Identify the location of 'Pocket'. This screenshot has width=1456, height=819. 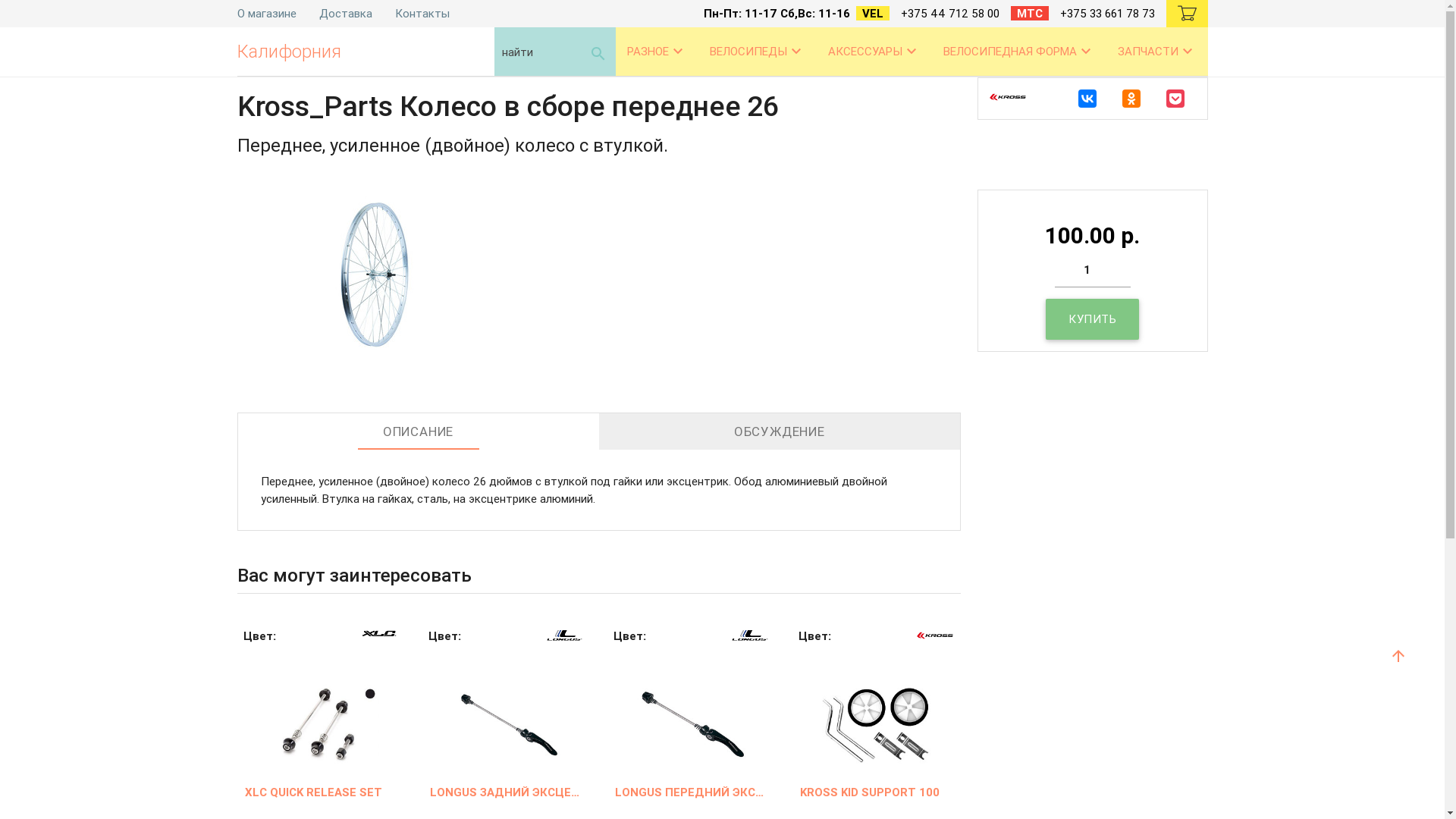
(1175, 99).